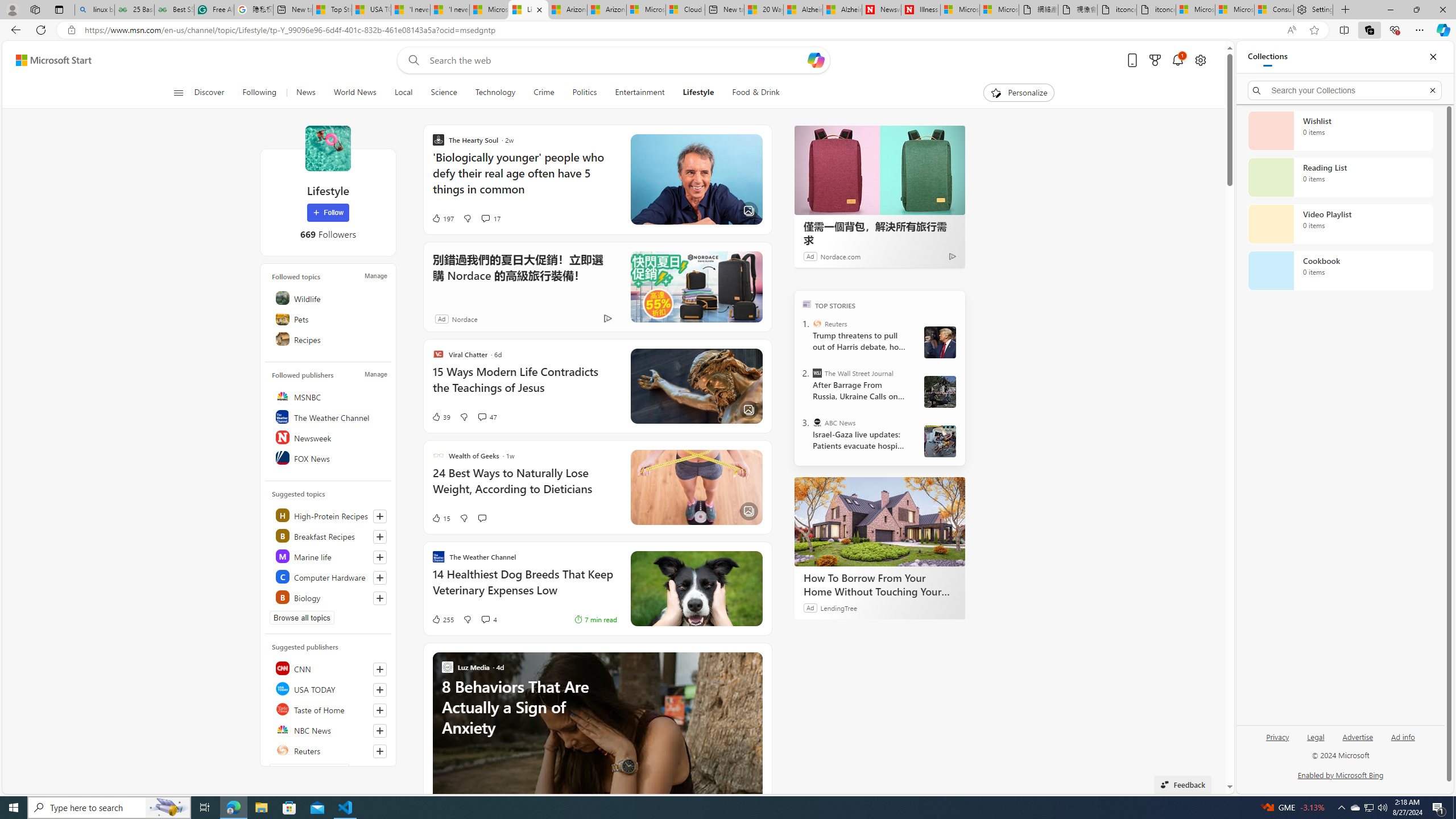  Describe the element at coordinates (1273, 9) in the screenshot. I see `'Consumer Health Data Privacy Policy'` at that location.